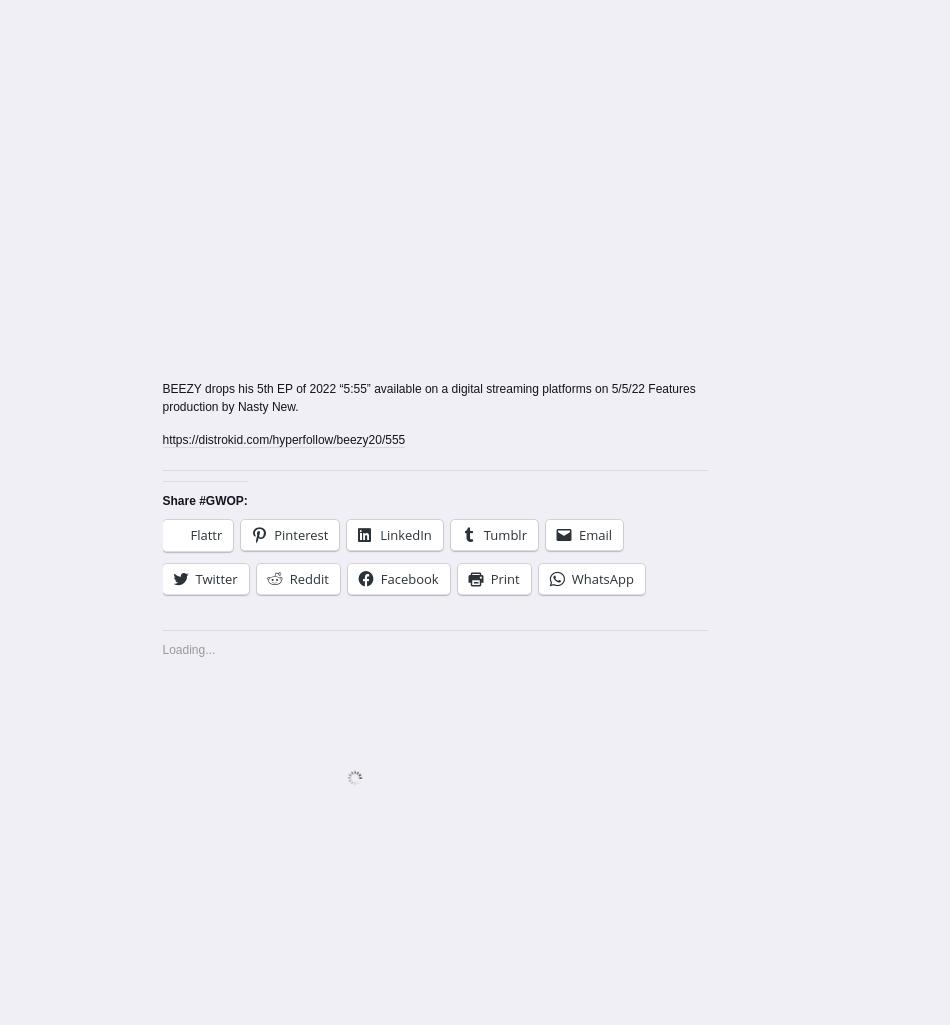 Image resolution: width=950 pixels, height=1025 pixels. What do you see at coordinates (216, 579) in the screenshot?
I see `'Twitter'` at bounding box center [216, 579].